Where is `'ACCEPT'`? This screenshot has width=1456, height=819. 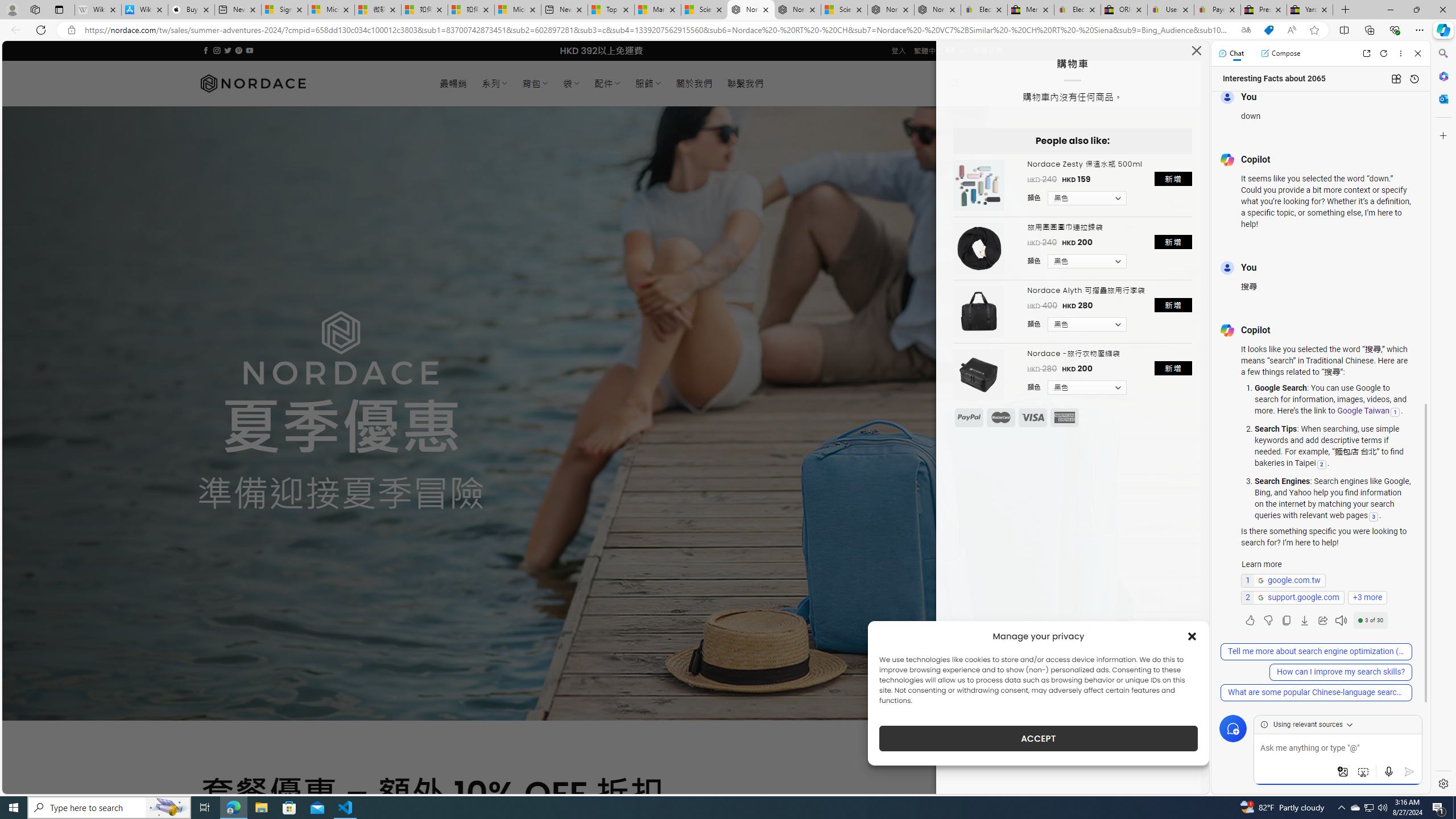 'ACCEPT' is located at coordinates (1039, 738).